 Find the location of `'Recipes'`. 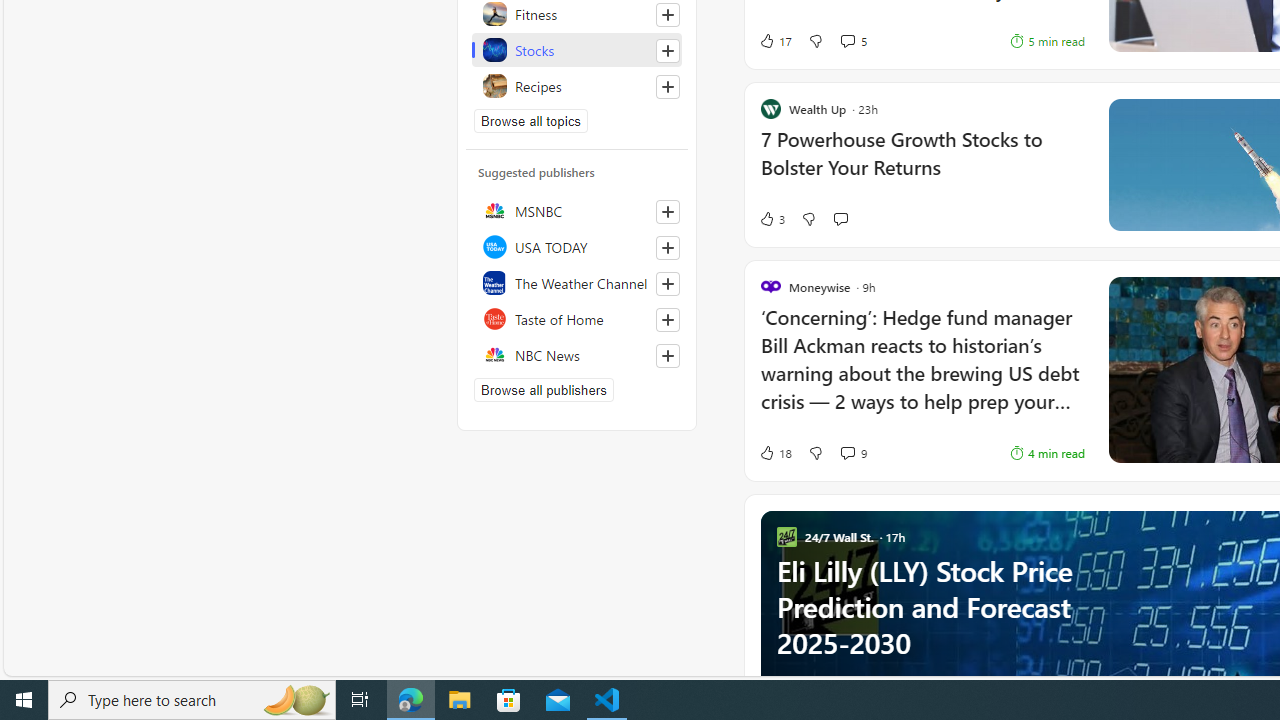

'Recipes' is located at coordinates (576, 85).